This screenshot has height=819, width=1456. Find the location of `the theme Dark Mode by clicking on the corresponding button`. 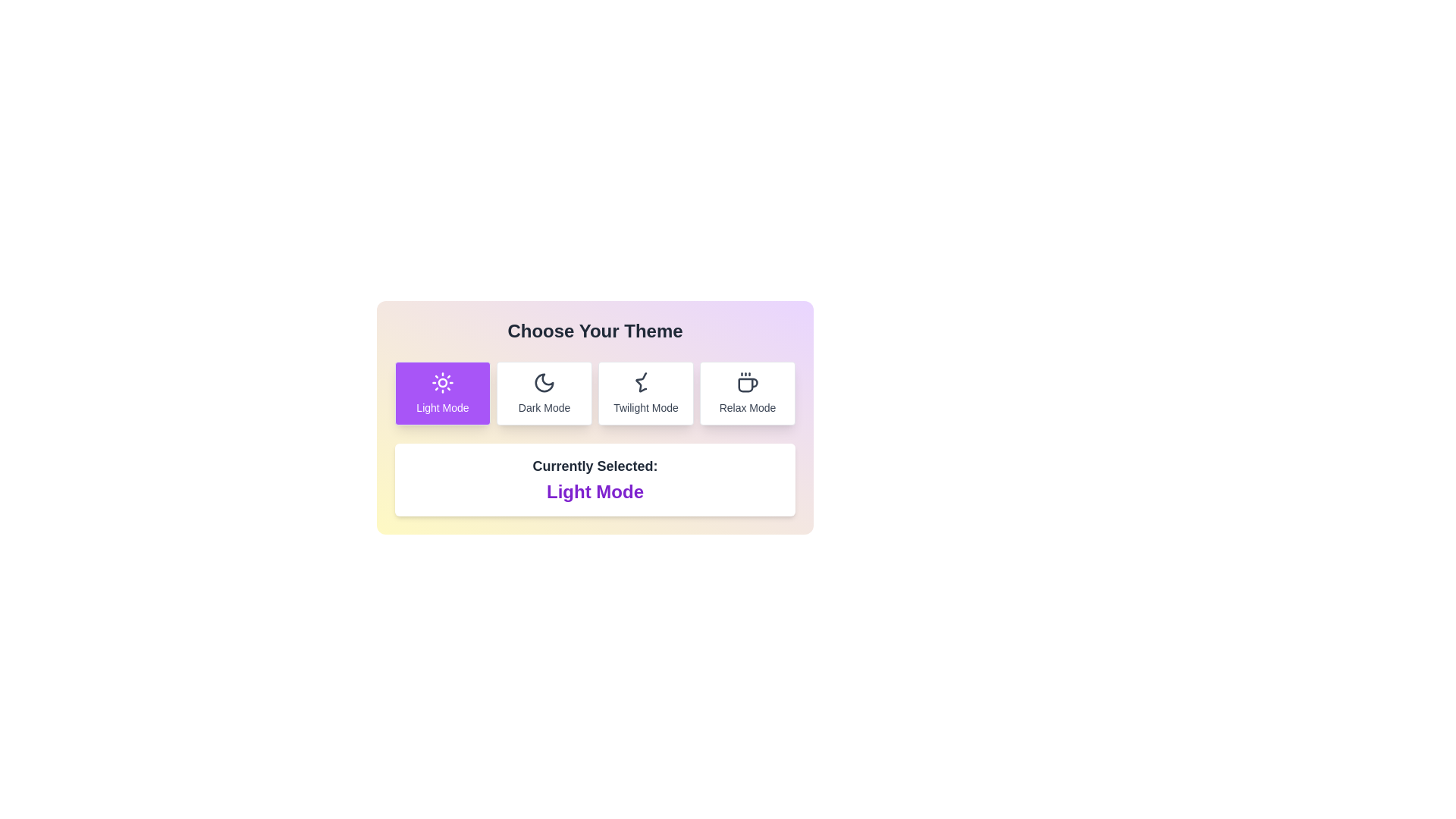

the theme Dark Mode by clicking on the corresponding button is located at coordinates (544, 393).